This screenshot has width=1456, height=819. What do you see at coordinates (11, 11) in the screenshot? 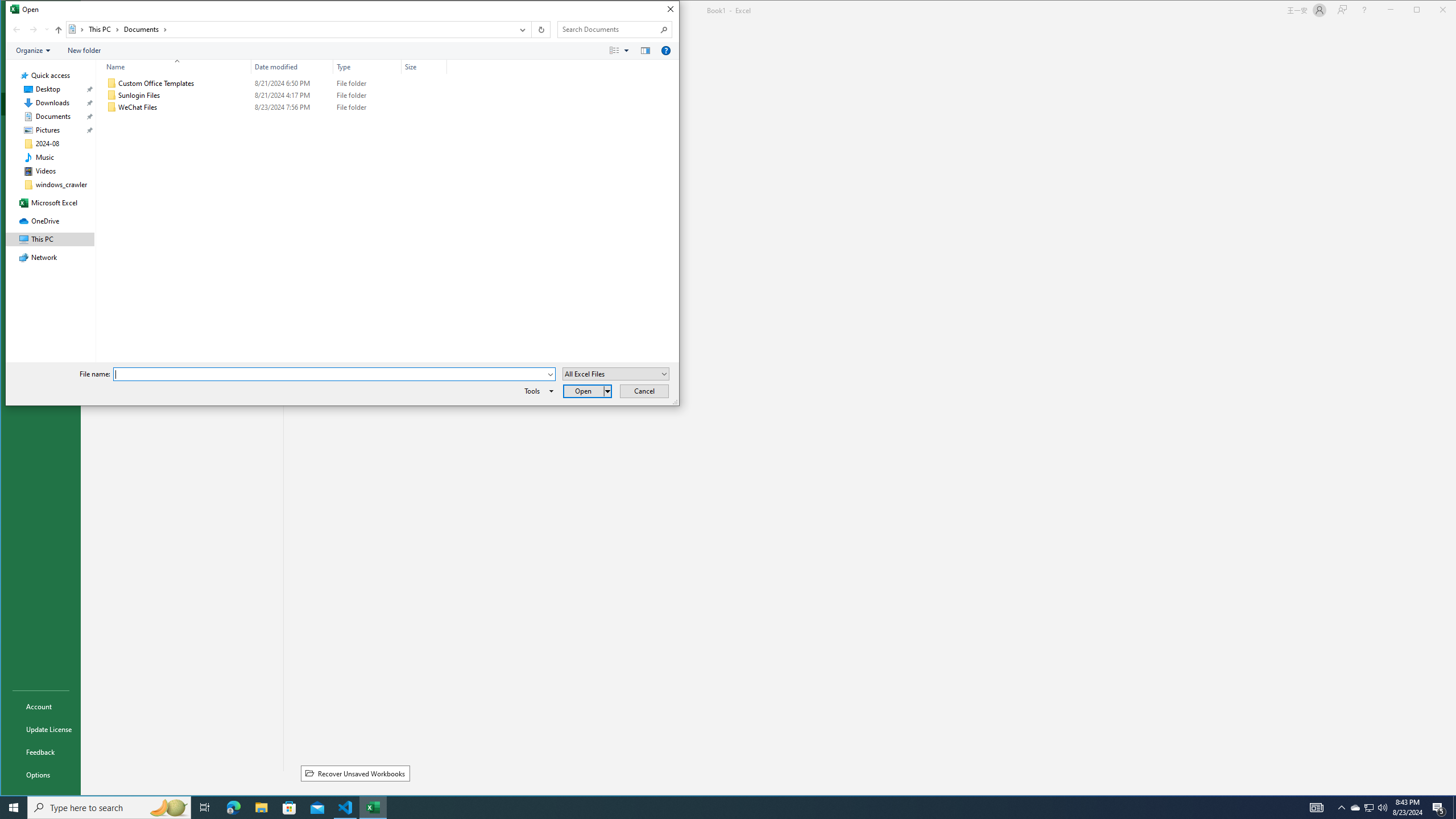
I see `'System'` at bounding box center [11, 11].